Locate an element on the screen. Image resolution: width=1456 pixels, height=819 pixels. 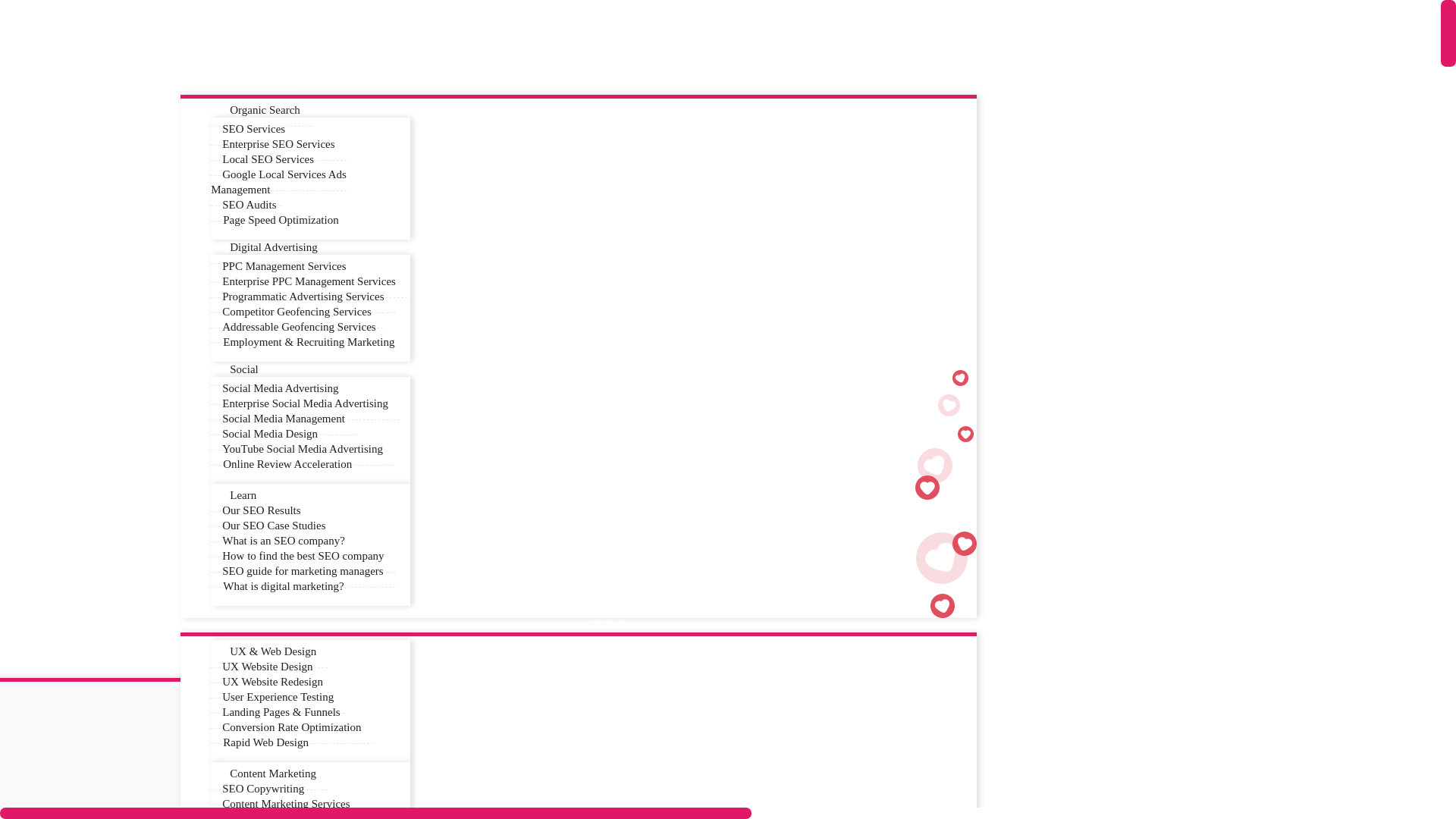
'Addressable Geofencing Services' is located at coordinates (210, 326).